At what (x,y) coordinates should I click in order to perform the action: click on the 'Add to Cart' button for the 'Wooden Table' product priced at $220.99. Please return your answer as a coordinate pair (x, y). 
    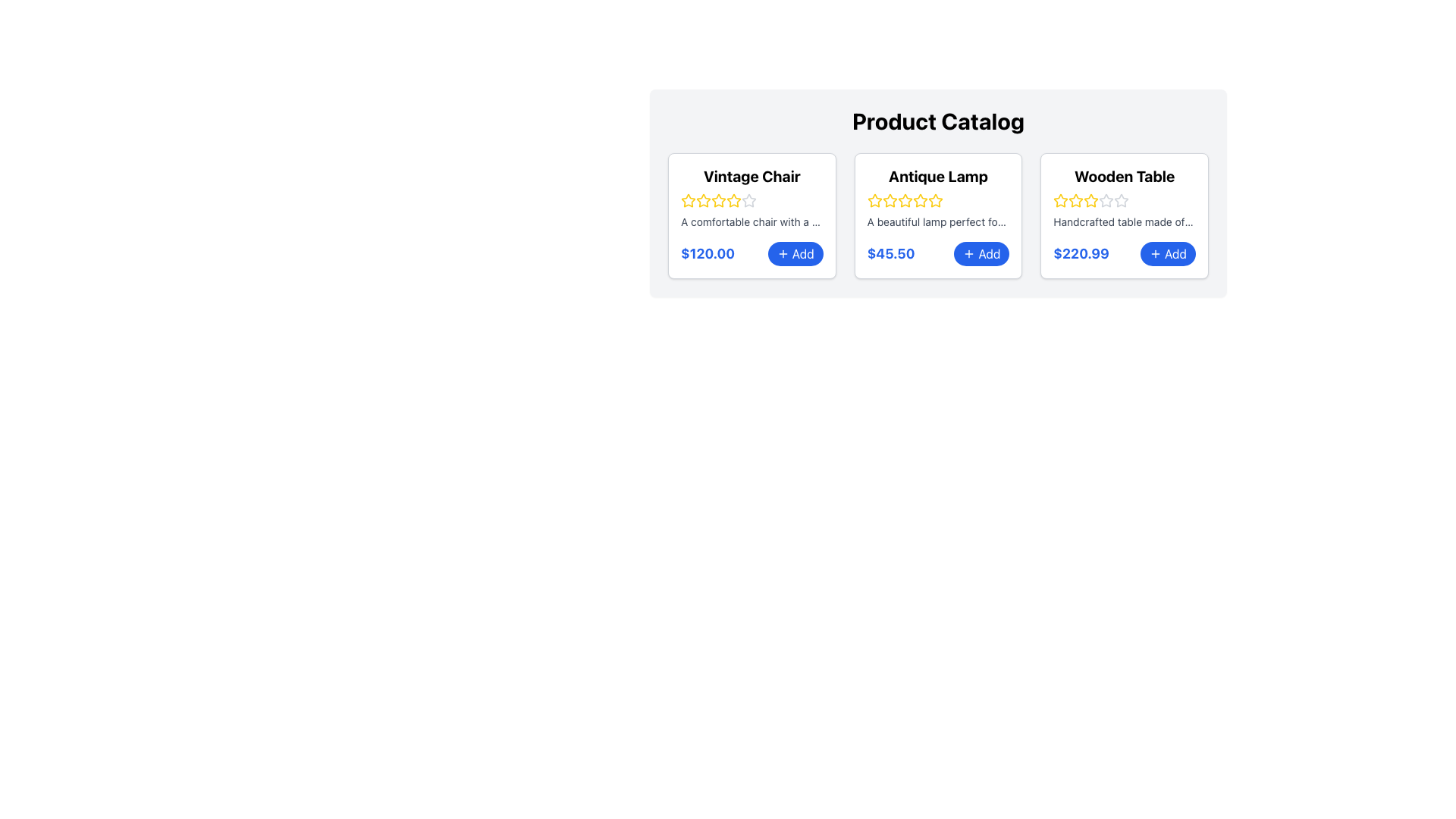
    Looking at the image, I should click on (1167, 253).